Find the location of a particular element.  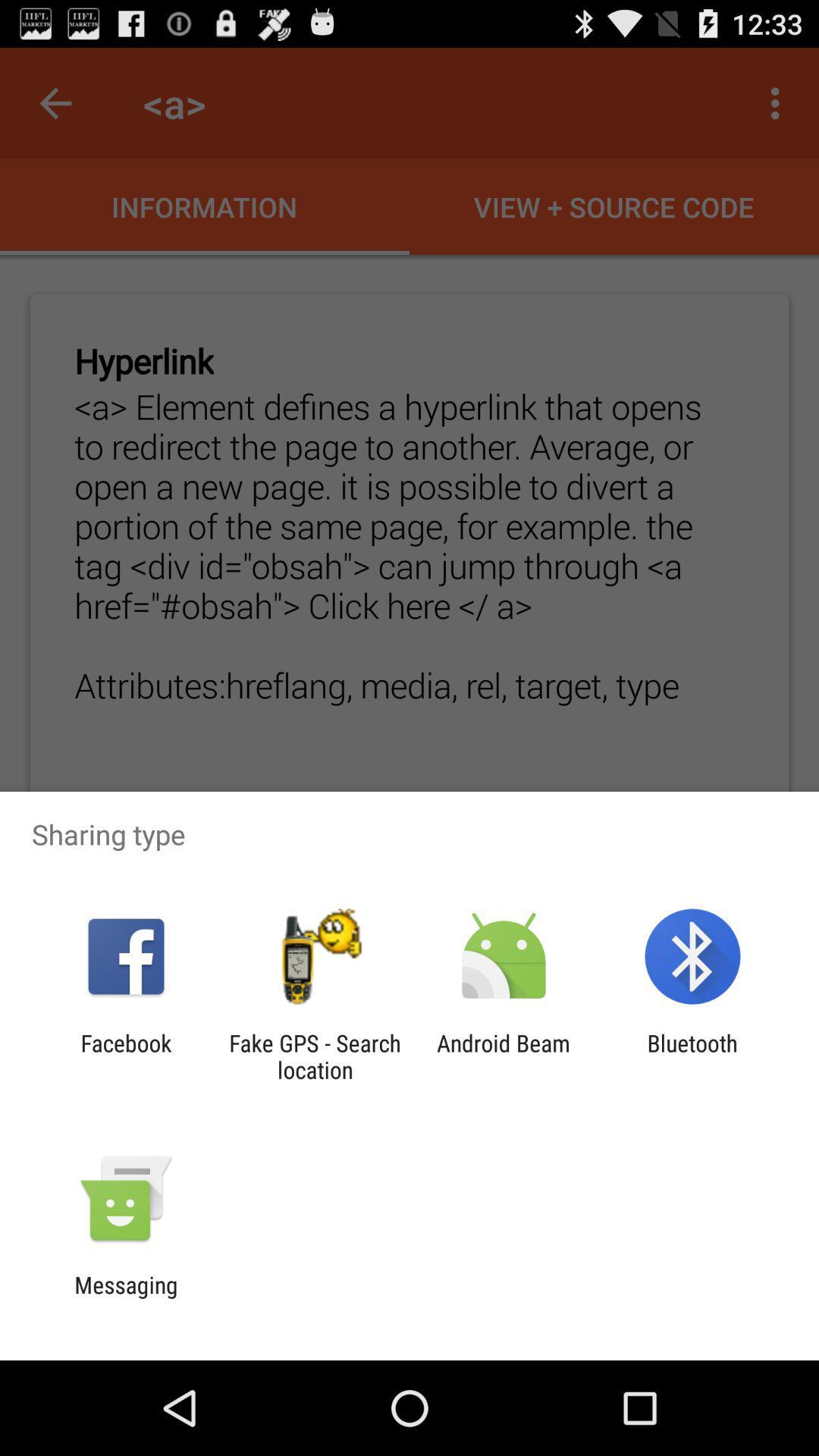

messaging is located at coordinates (125, 1298).